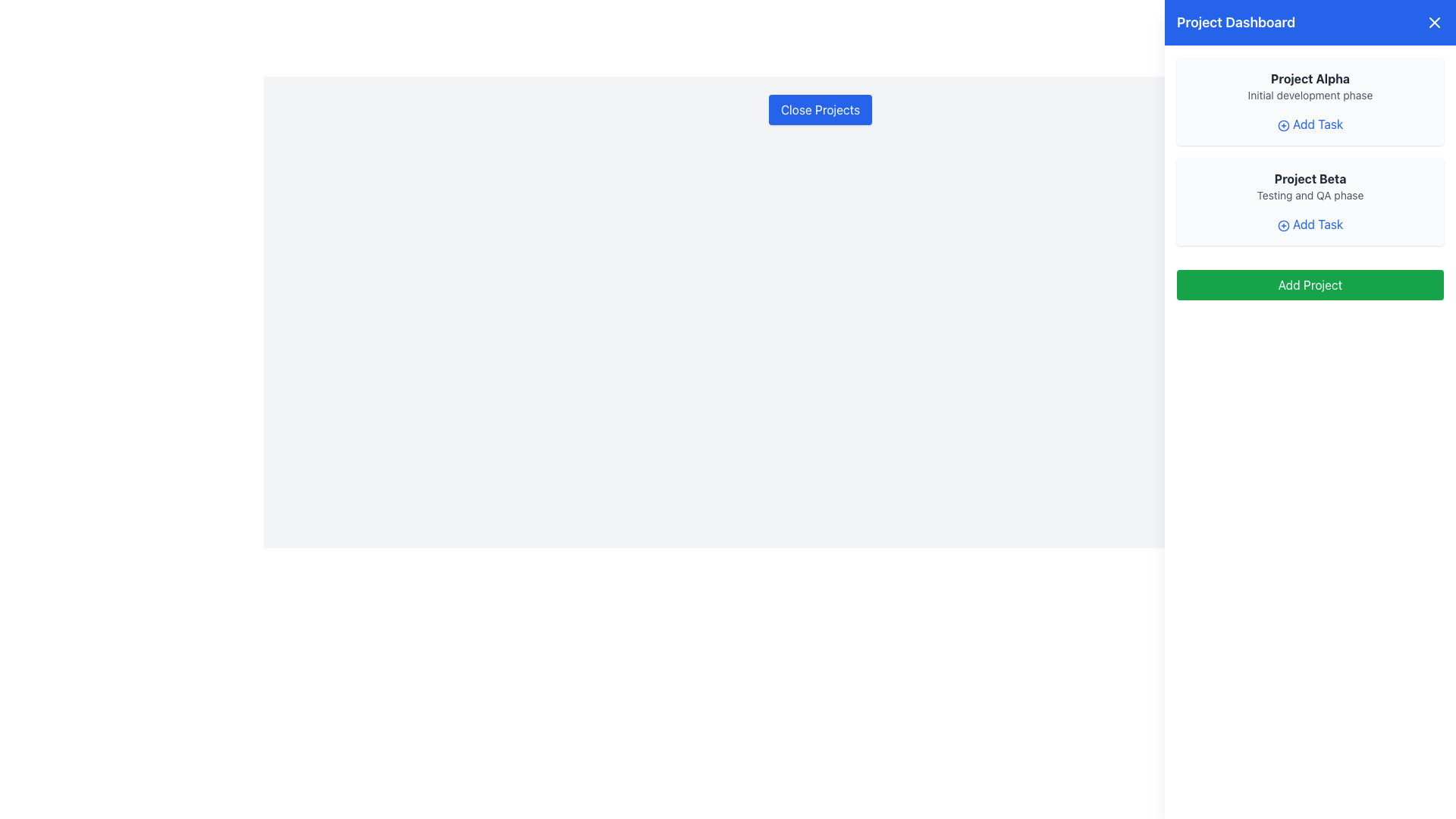 Image resolution: width=1456 pixels, height=819 pixels. I want to click on the 'Add Task' clickable link with icon located in the lower section of the 'Project Beta' card in the 'Project Dashboard' to underline the text, so click(1310, 224).